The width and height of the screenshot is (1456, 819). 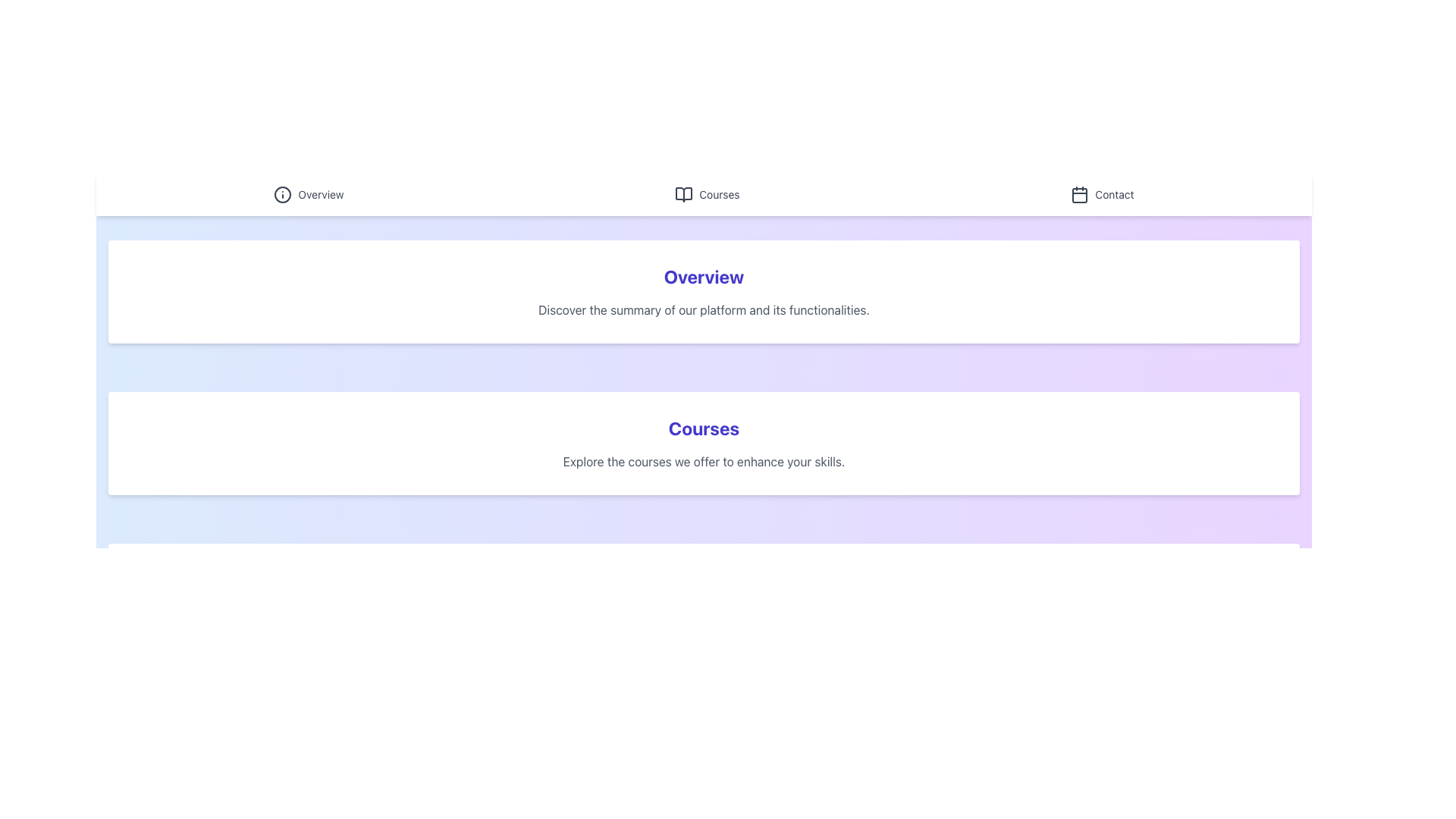 What do you see at coordinates (706, 194) in the screenshot?
I see `the 'Courses' navigational link, which is the second item from the left in the sticky top navigation bar, to observe the visual hover effect` at bounding box center [706, 194].